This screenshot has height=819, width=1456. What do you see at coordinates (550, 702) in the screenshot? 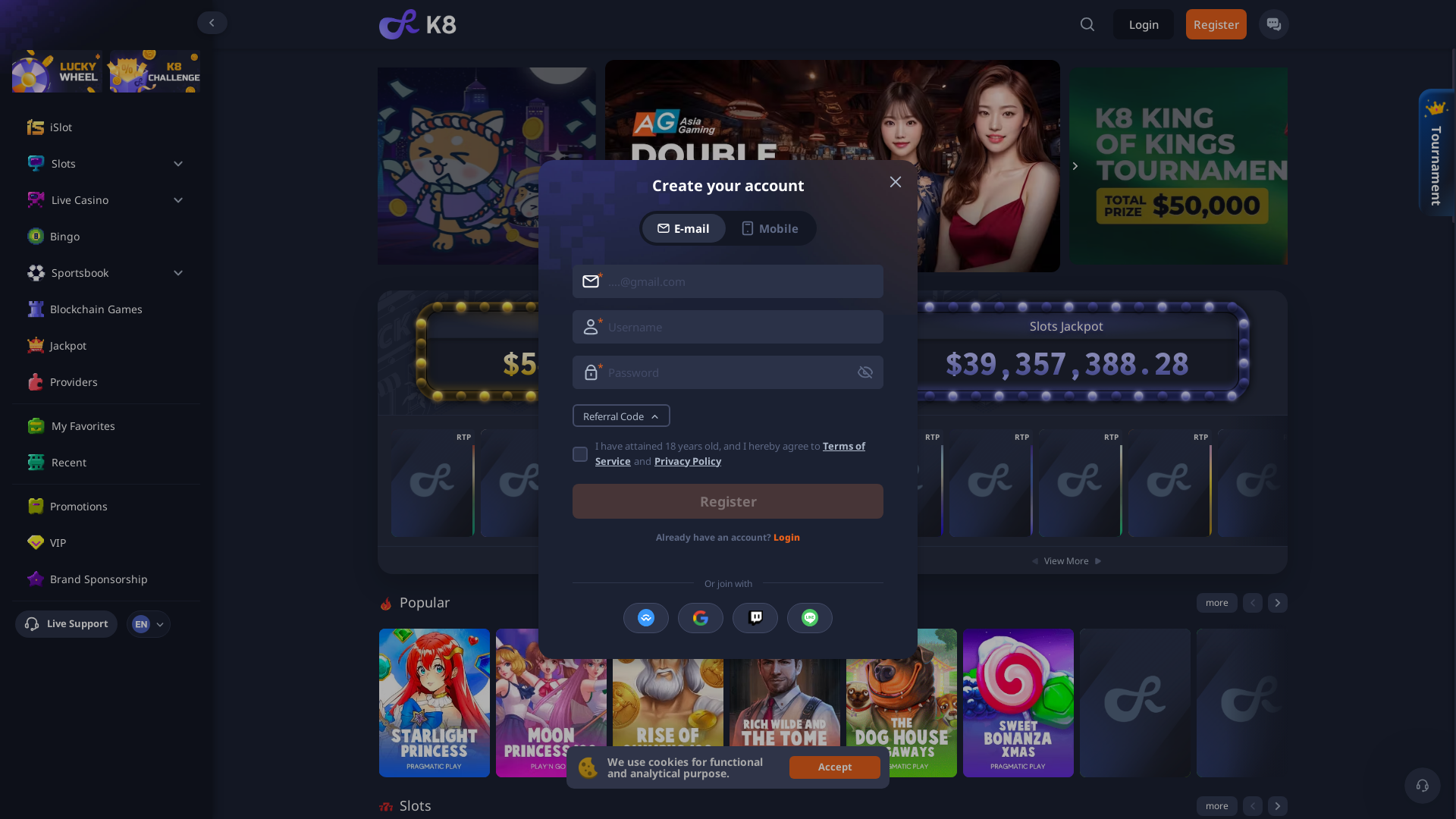
I see `'Moon Princess 100'` at bounding box center [550, 702].